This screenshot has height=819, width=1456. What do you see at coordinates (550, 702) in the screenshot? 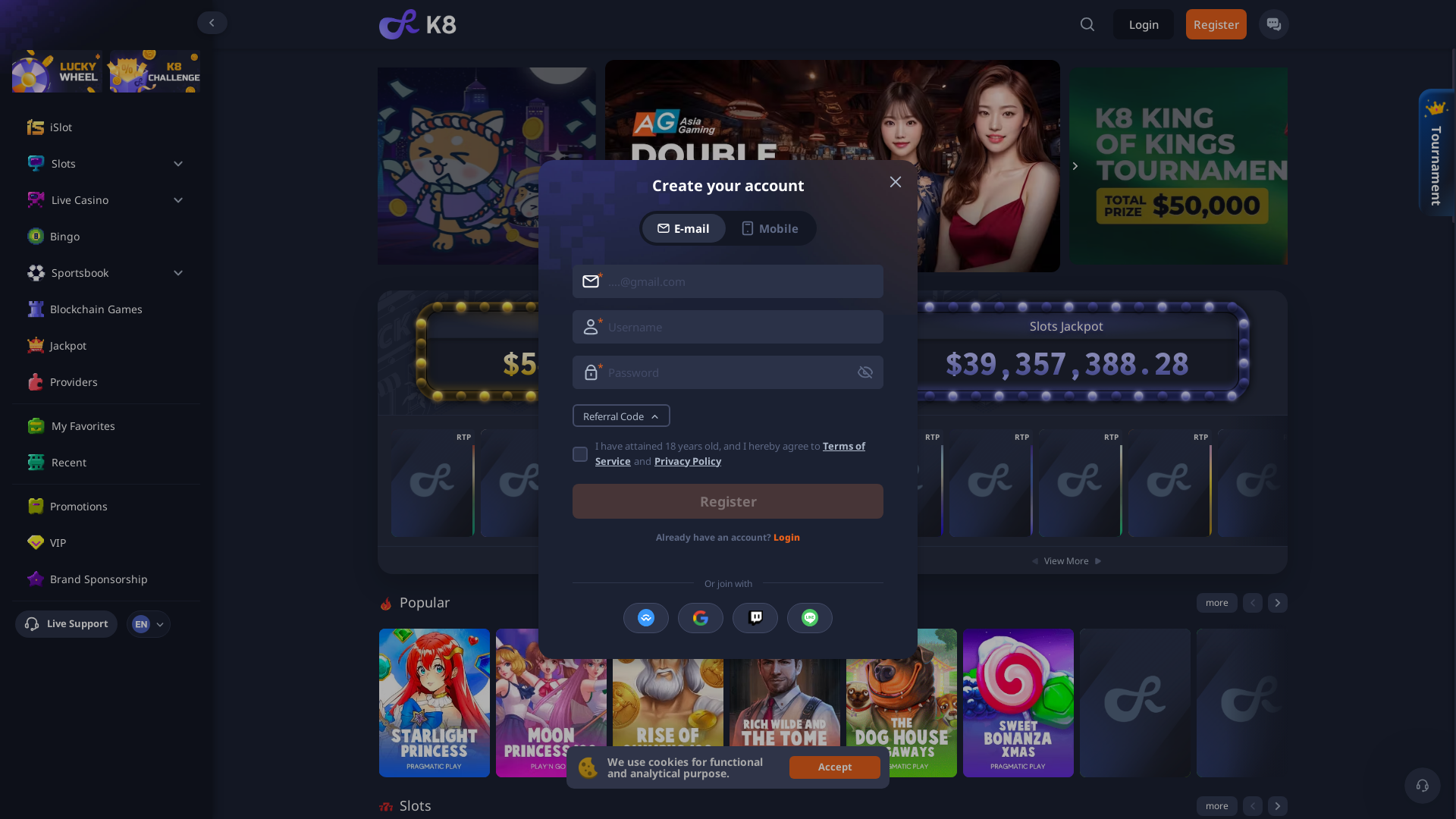
I see `'Moon Princess 100'` at bounding box center [550, 702].